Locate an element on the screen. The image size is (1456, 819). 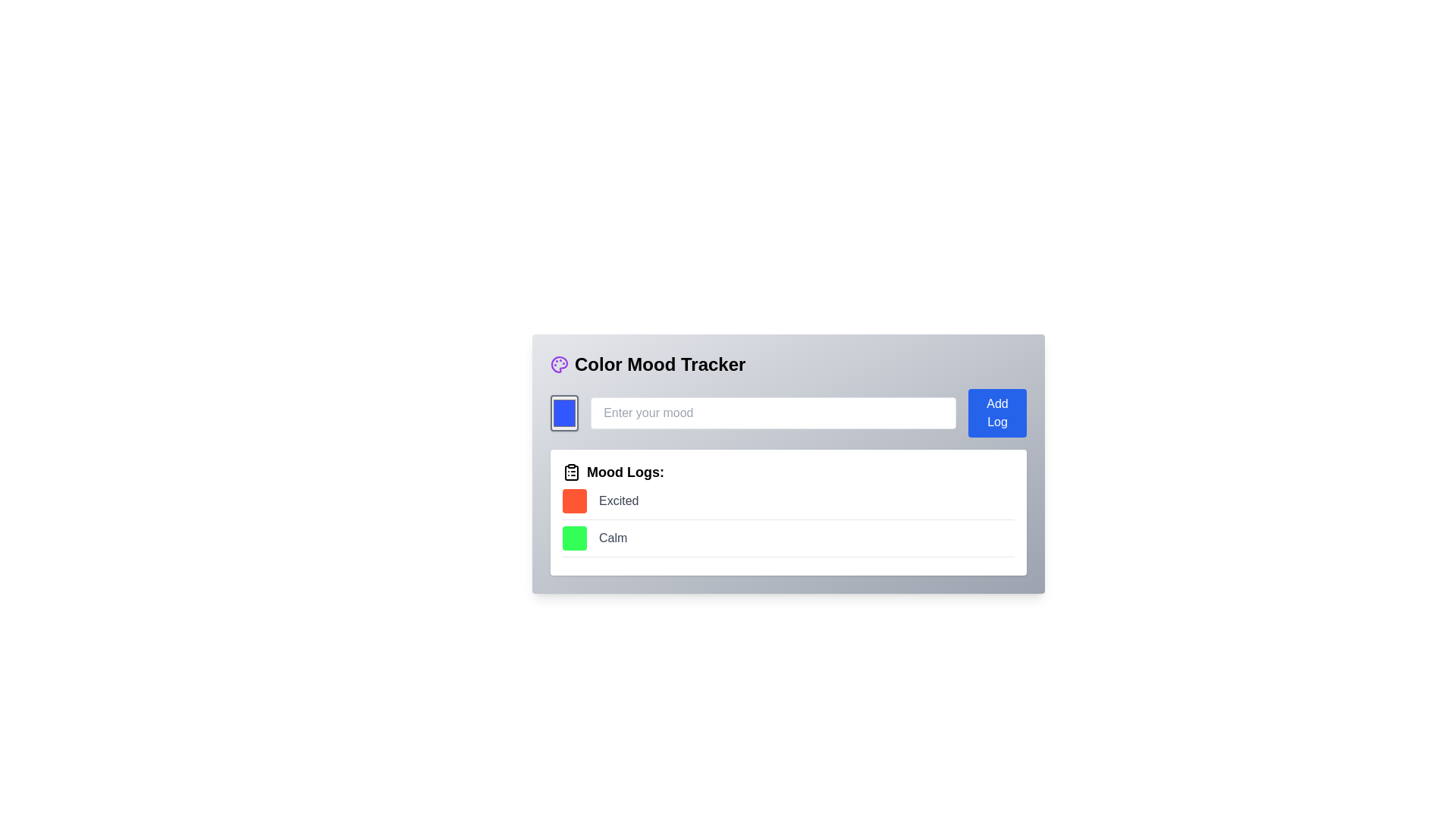
the clipboard icon, which is a minimalistic SVG graphic with a white background and black outlines, located to the left of the text 'Mood Logs:' in the lower-left section of the main interface is located at coordinates (570, 472).